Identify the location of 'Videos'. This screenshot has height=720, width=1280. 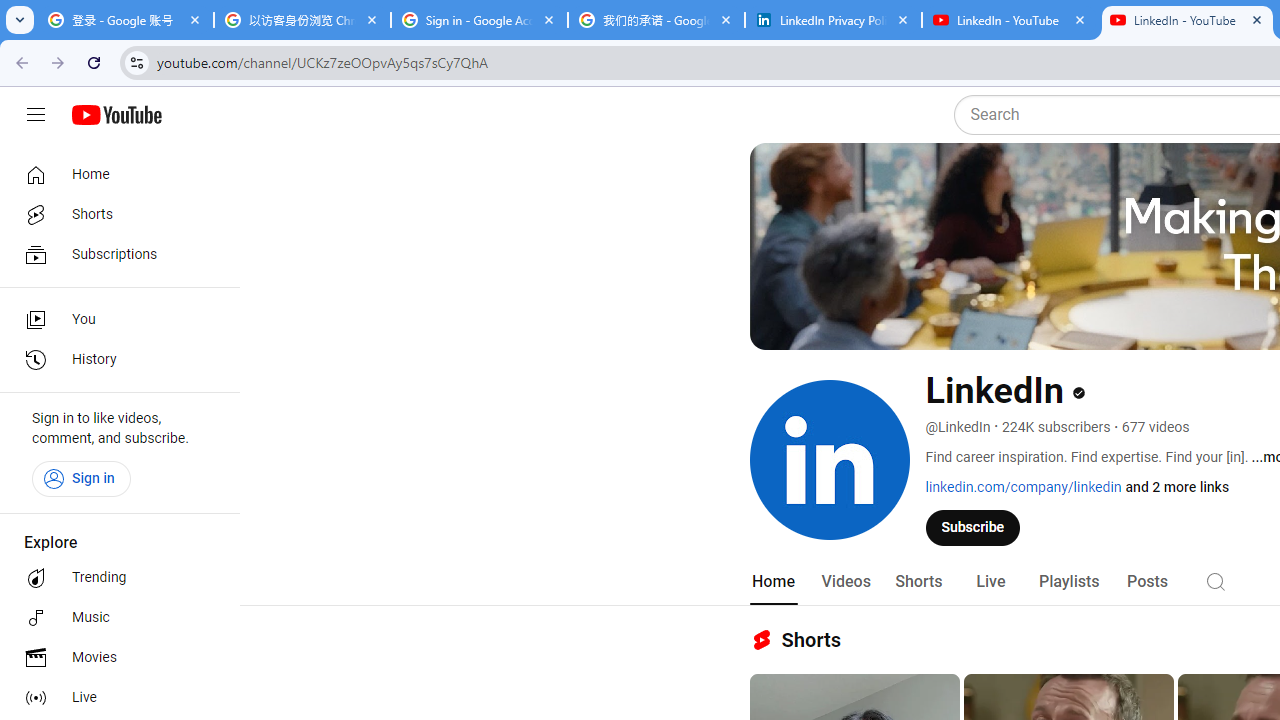
(845, 581).